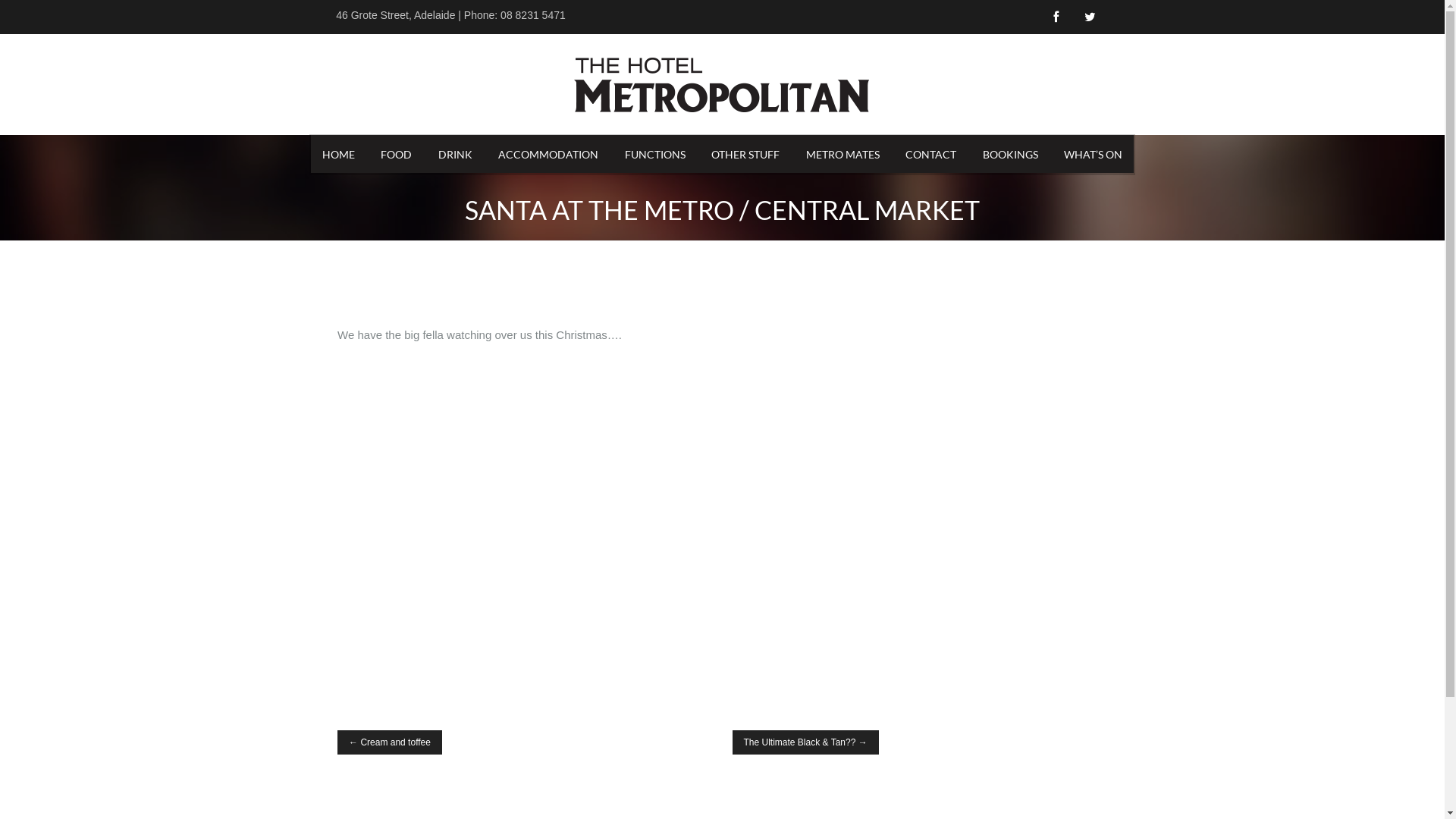 The height and width of the screenshot is (819, 1456). I want to click on 'FOOD', so click(396, 154).